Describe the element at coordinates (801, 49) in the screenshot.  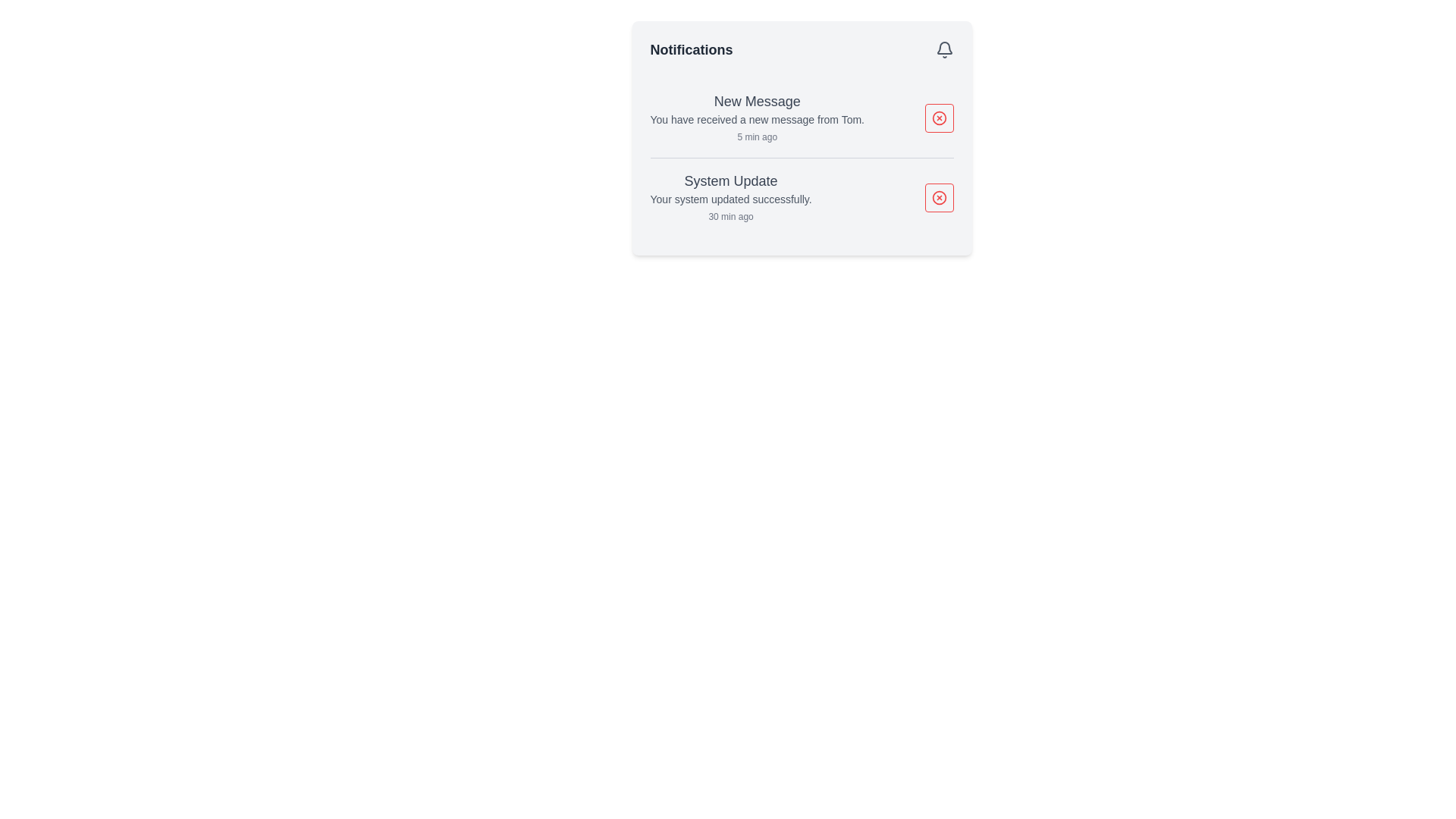
I see `the bell icon located in the header of the notifications panel, which serves as a title for the notifications content` at that location.